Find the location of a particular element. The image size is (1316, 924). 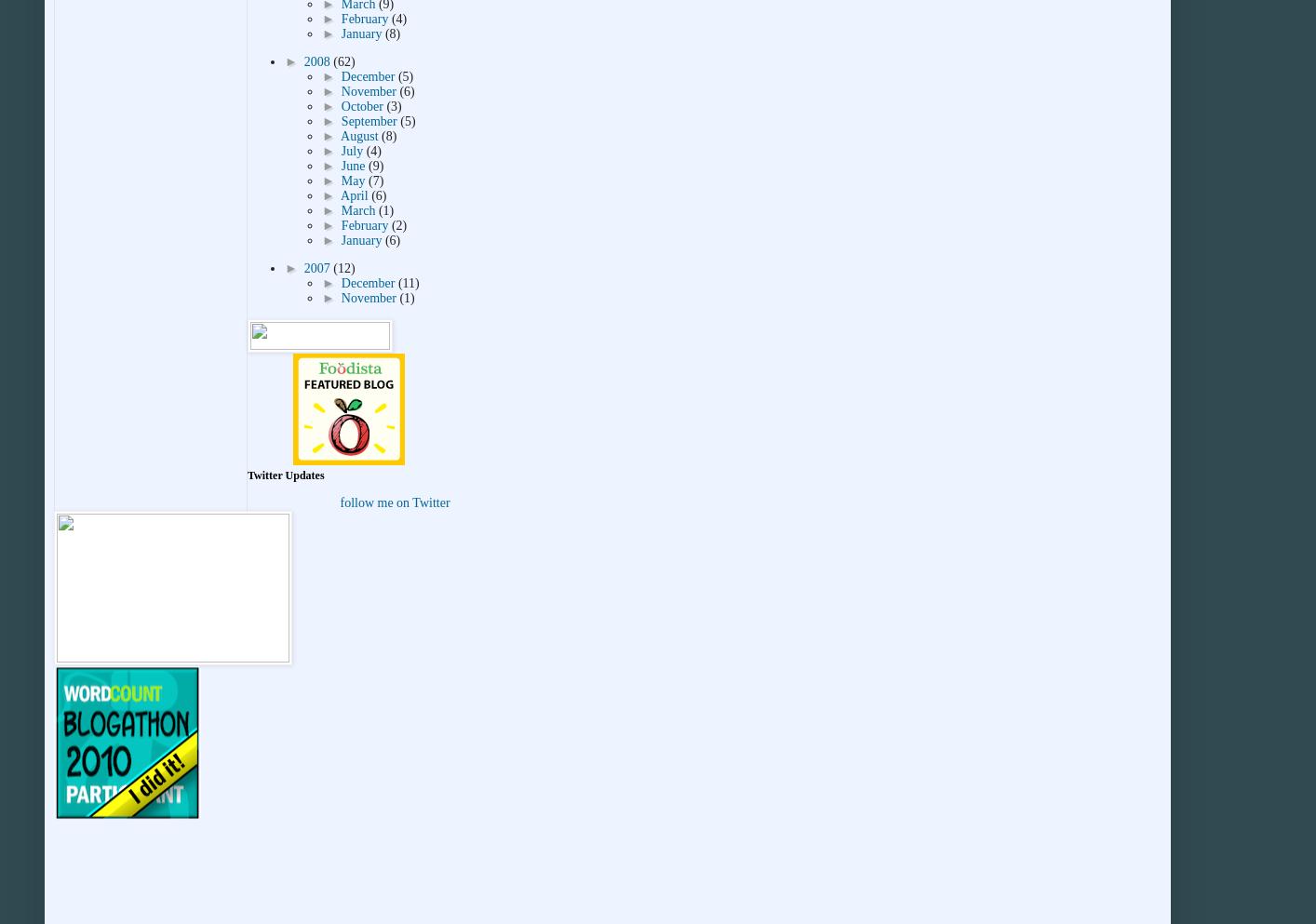

'(7)' is located at coordinates (375, 181).